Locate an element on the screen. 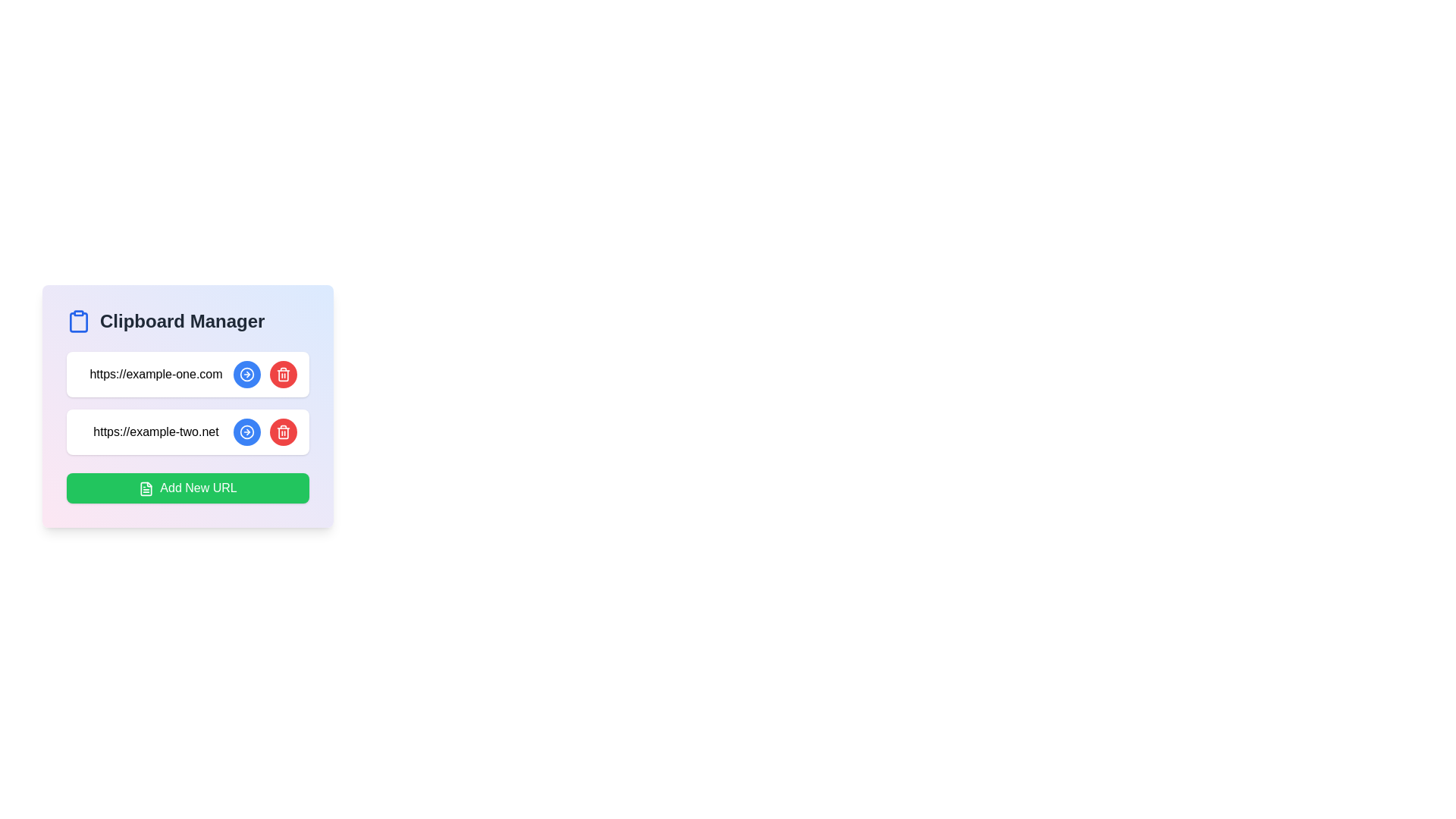 This screenshot has width=1456, height=819. the left vertical side of the trash can body in the SVG element styled as 'lucide-trash2' is located at coordinates (284, 375).